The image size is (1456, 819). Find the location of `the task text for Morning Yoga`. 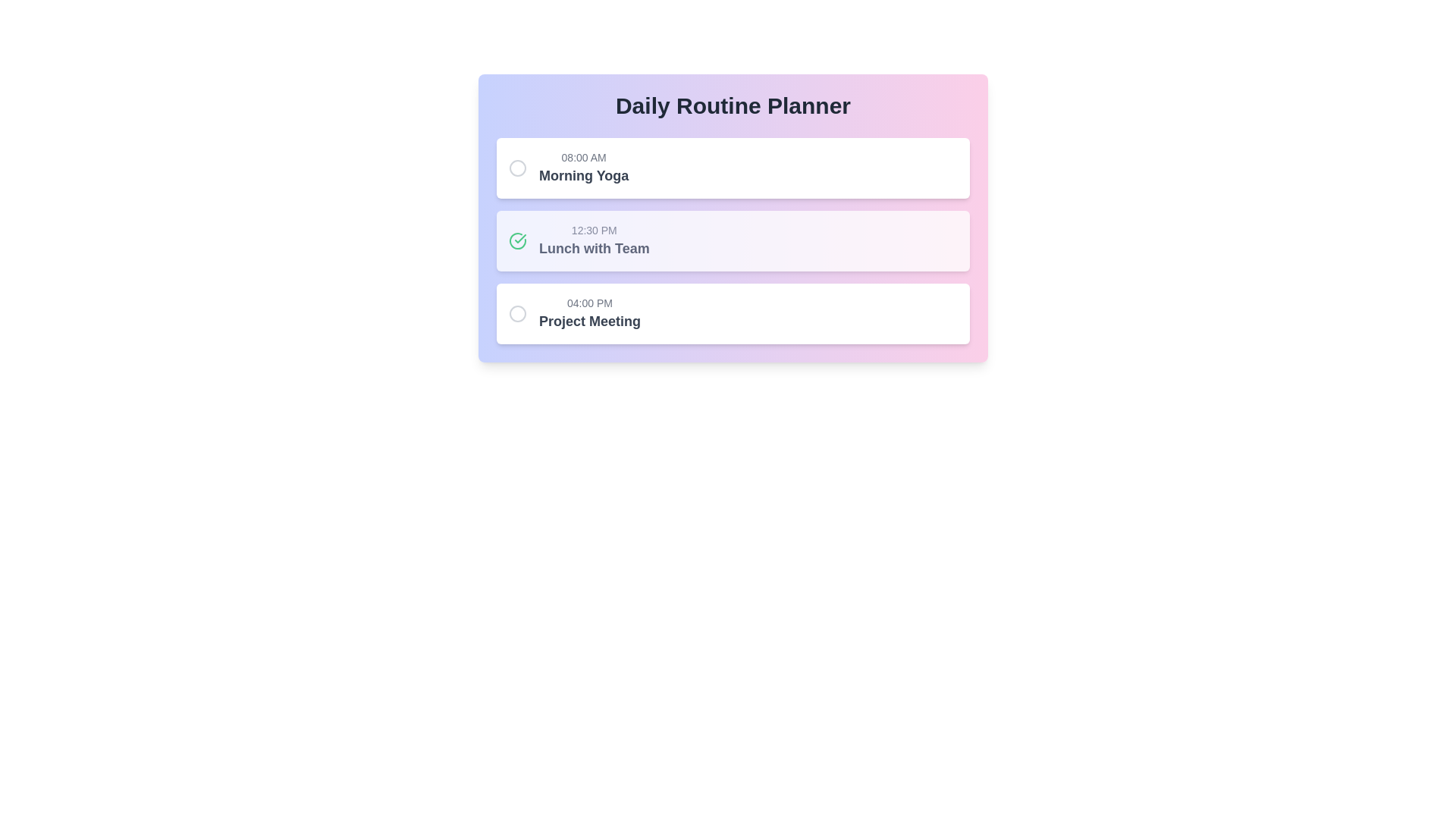

the task text for Morning Yoga is located at coordinates (583, 168).